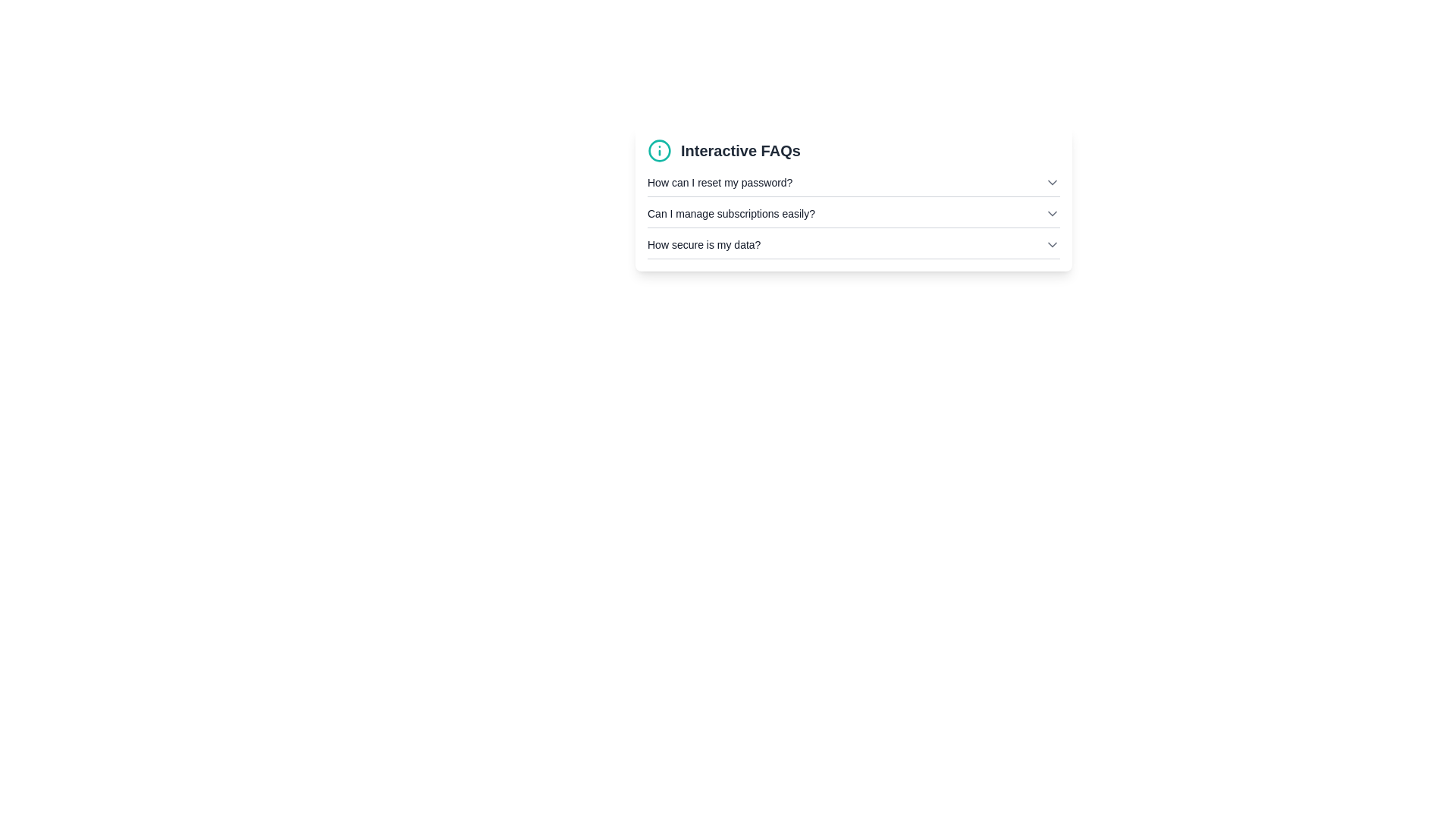 This screenshot has width=1456, height=819. I want to click on the downward-pointing chevron icon, which is styled gray and located to the right of the text 'Can I manage subscriptions easily?', so click(1051, 213).